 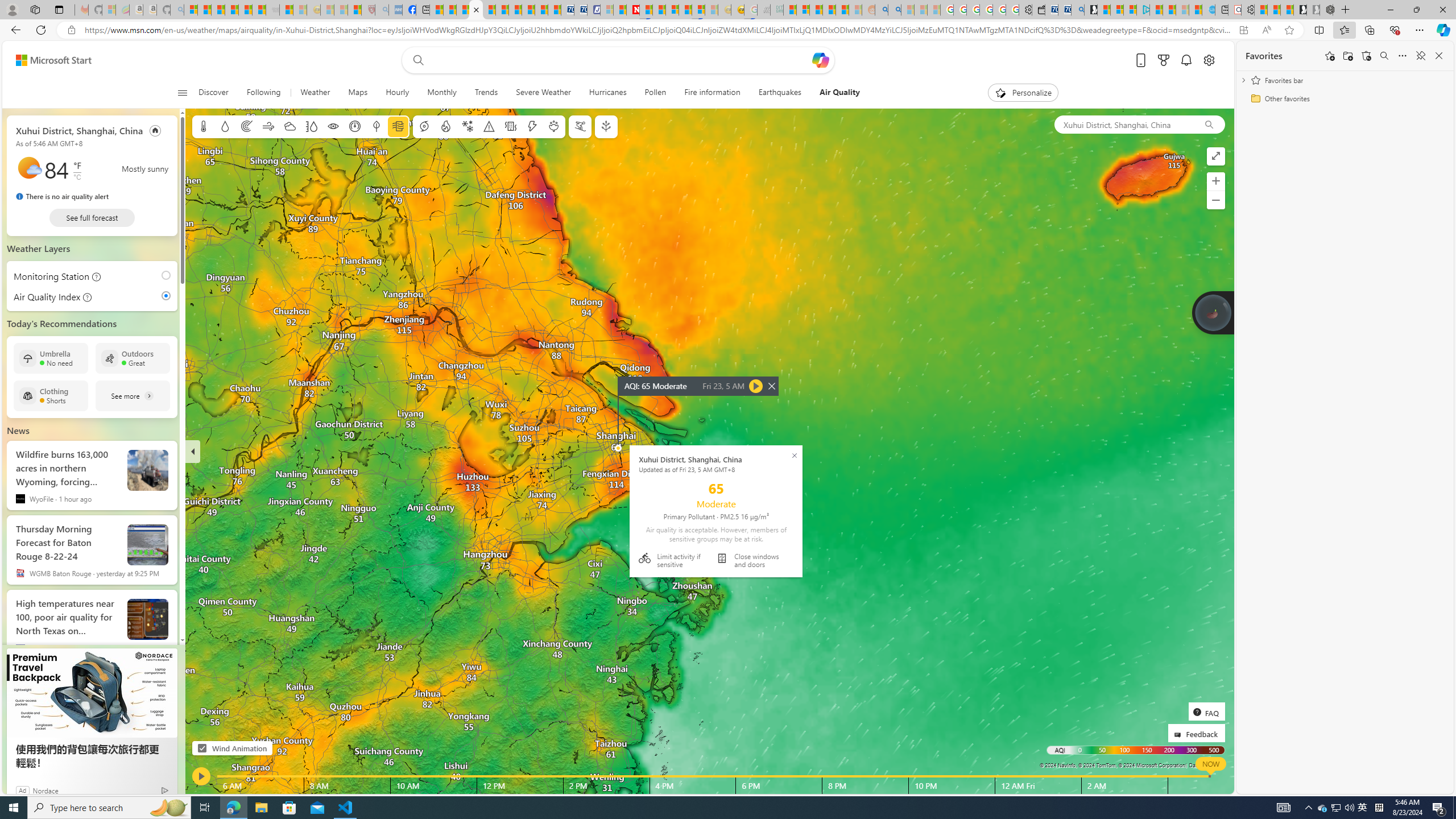 What do you see at coordinates (246, 126) in the screenshot?
I see `'Radar'` at bounding box center [246, 126].